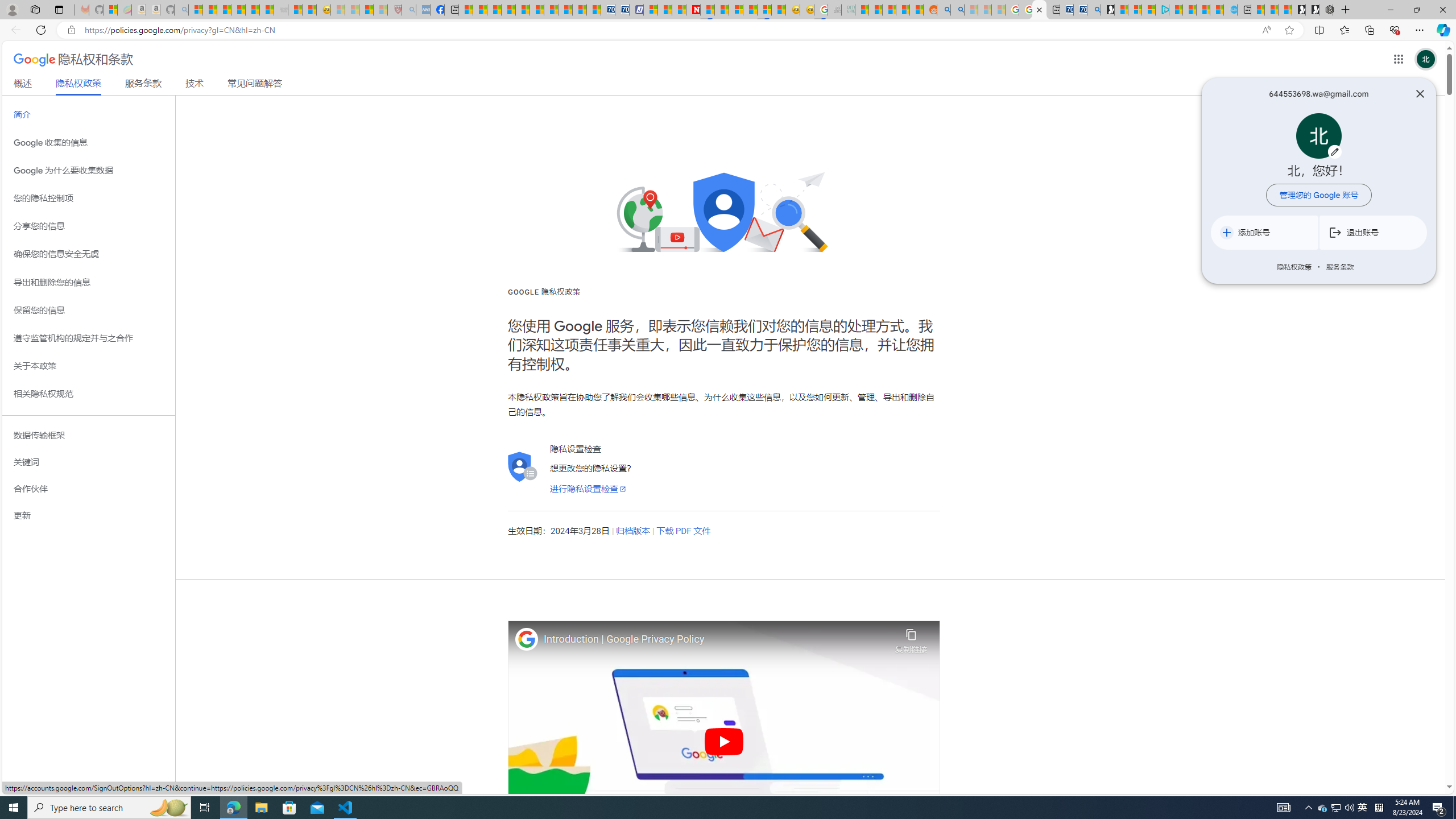  Describe the element at coordinates (716, 639) in the screenshot. I see `'Introduction | Google Privacy Policy'` at that location.